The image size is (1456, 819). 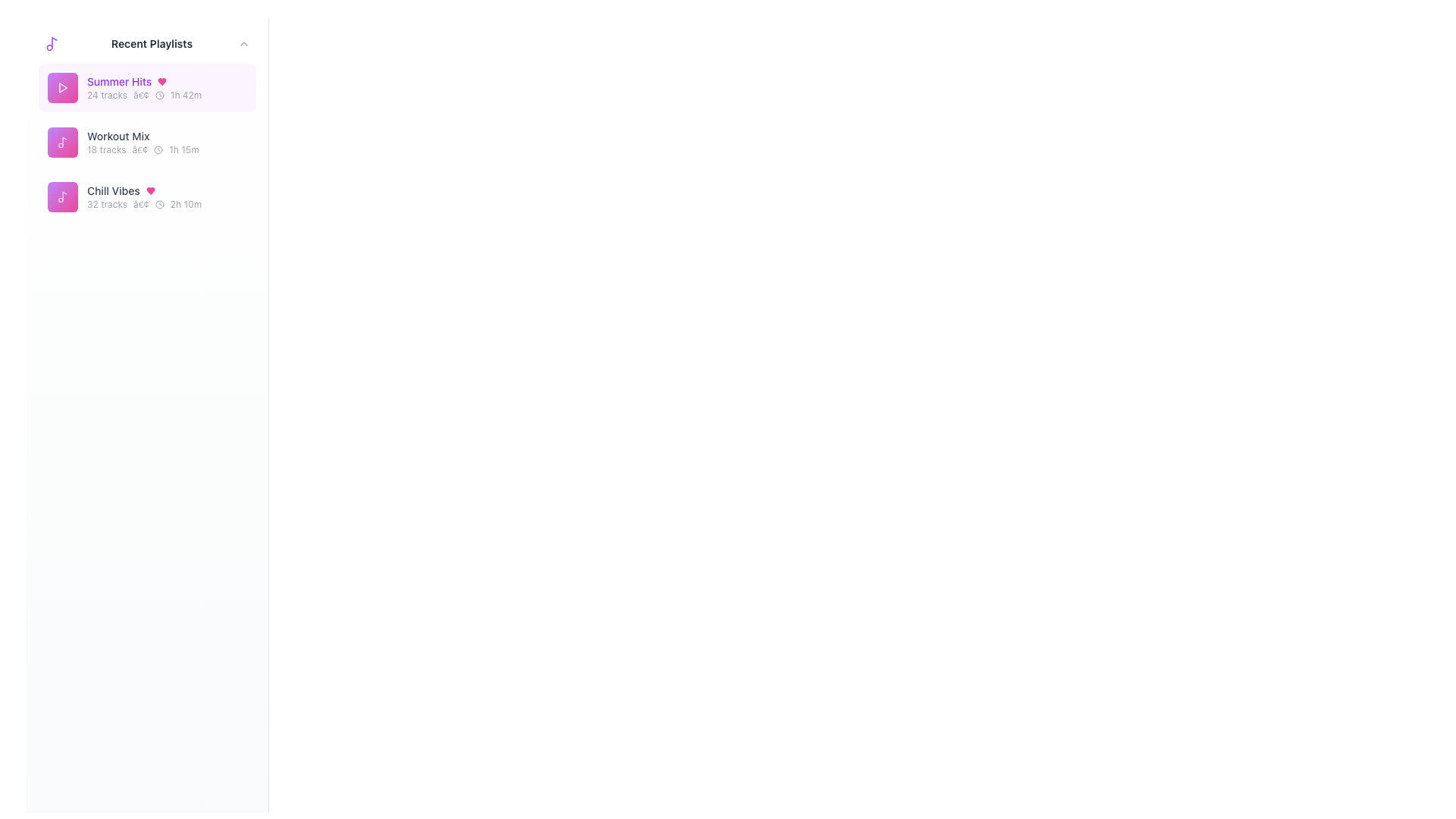 What do you see at coordinates (158, 149) in the screenshot?
I see `the circular base of the clock icon located next to the 'Workout Mix' playlist entry, which follows the text '1h 15m'` at bounding box center [158, 149].